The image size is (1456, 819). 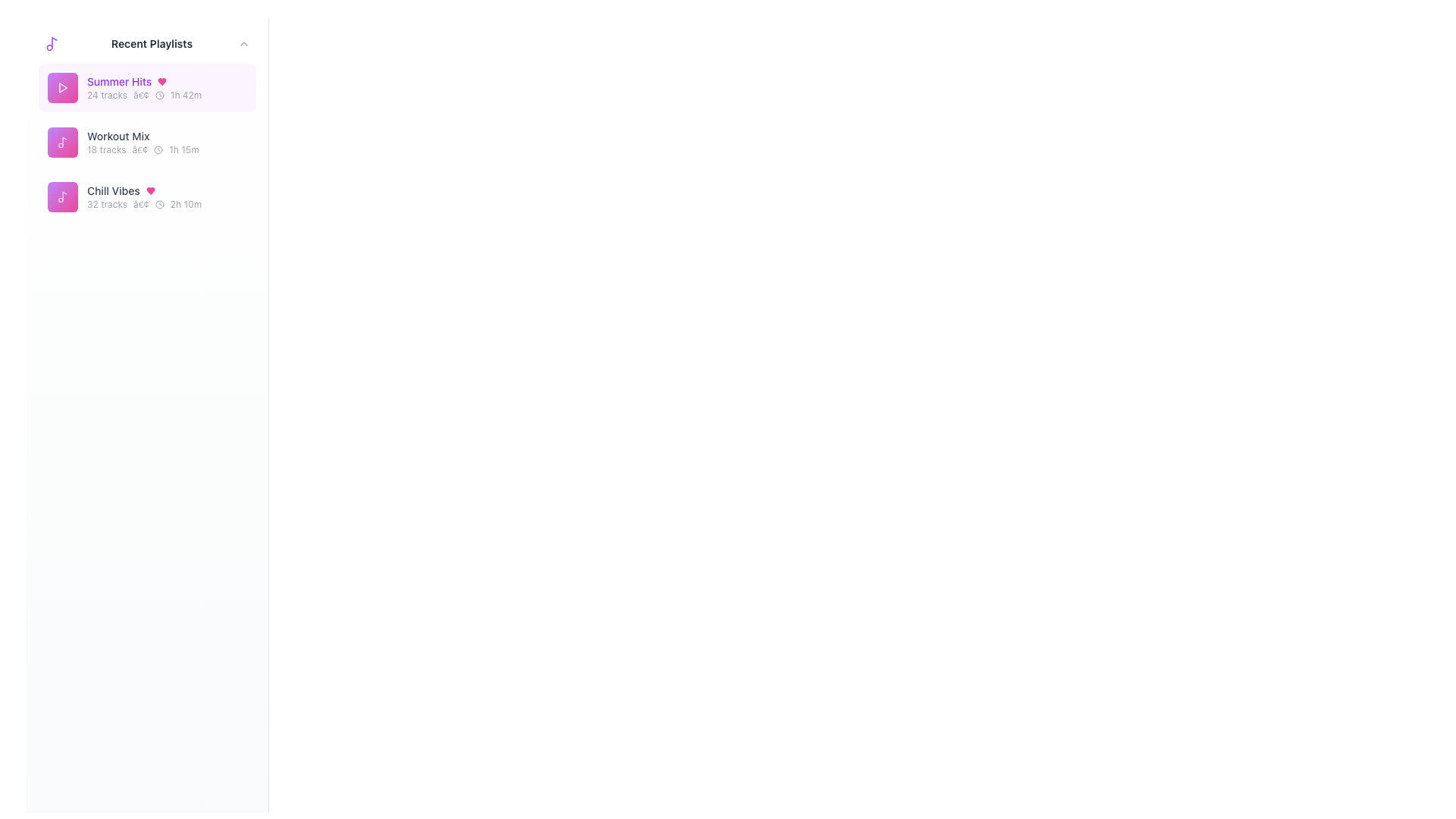 What do you see at coordinates (158, 149) in the screenshot?
I see `the circular base of the clock icon located next to the 'Workout Mix' playlist entry, which follows the text '1h 15m'` at bounding box center [158, 149].